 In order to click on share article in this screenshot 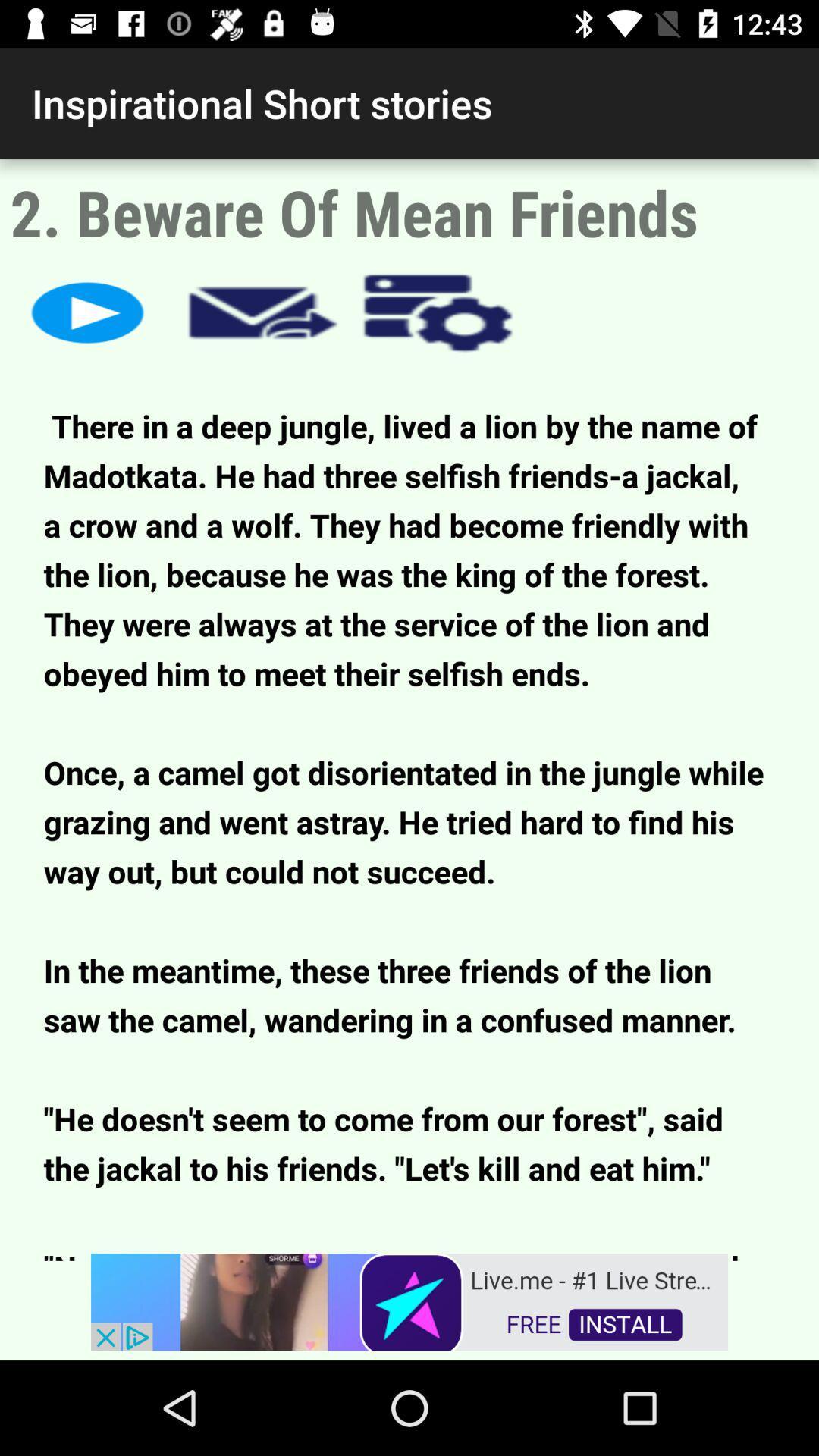, I will do `click(262, 312)`.